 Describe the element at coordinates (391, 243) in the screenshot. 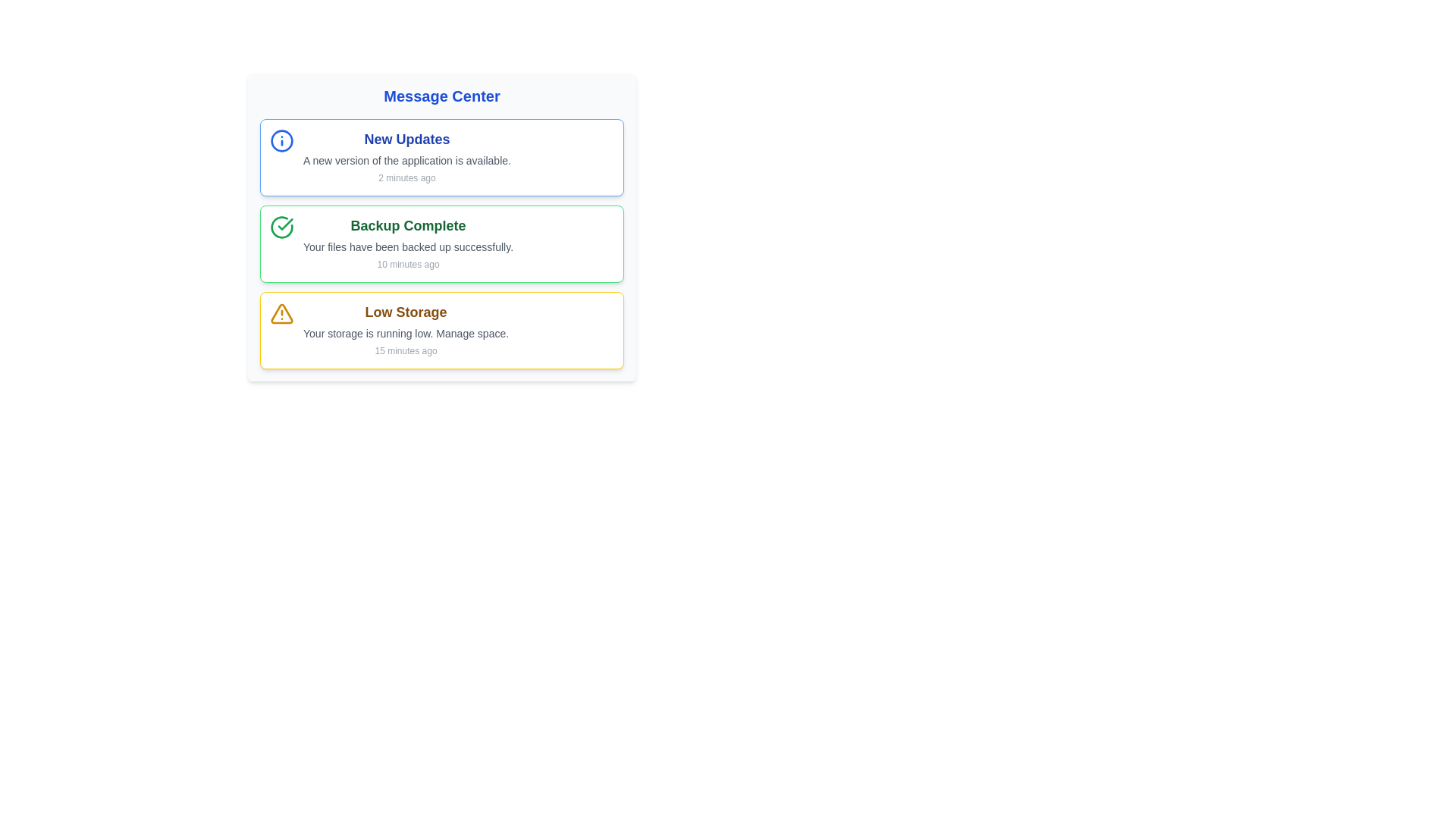

I see `information displayed on the Notification card which indicates 'Backup Complete', 'Your files have been backed up successfully.', and '10 minutes ago'. This is the second notification in the message center UI, located below 'New Updates' and above 'Low Storage'` at that location.